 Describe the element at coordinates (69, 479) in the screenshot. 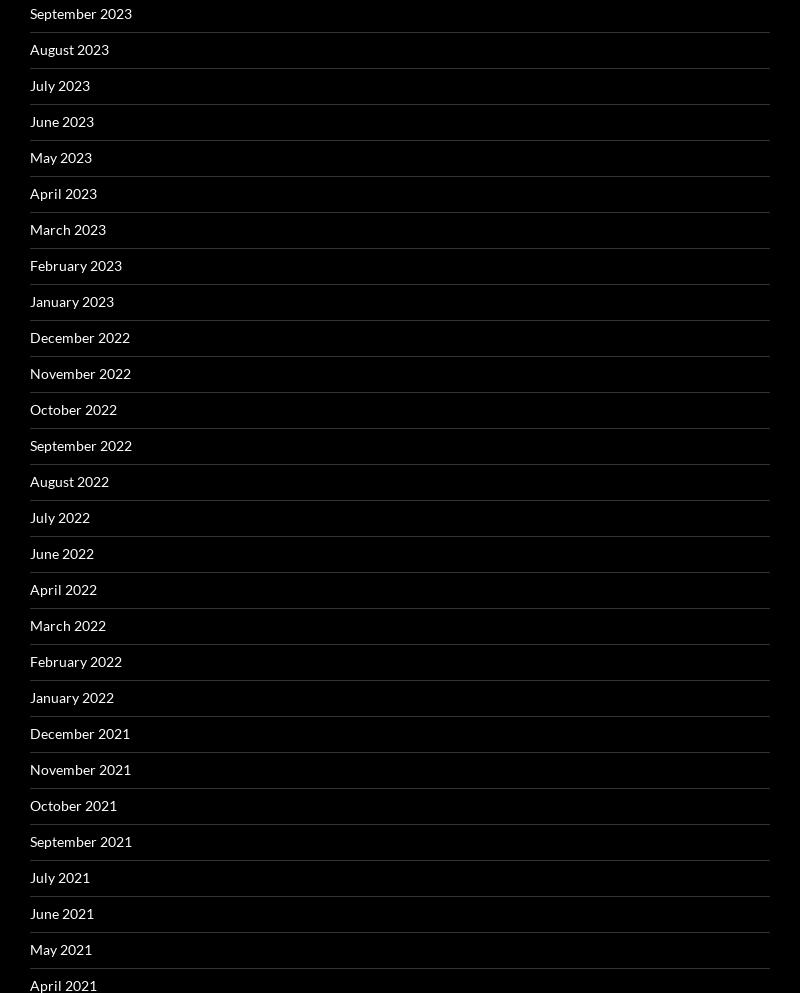

I see `'August 2022'` at that location.